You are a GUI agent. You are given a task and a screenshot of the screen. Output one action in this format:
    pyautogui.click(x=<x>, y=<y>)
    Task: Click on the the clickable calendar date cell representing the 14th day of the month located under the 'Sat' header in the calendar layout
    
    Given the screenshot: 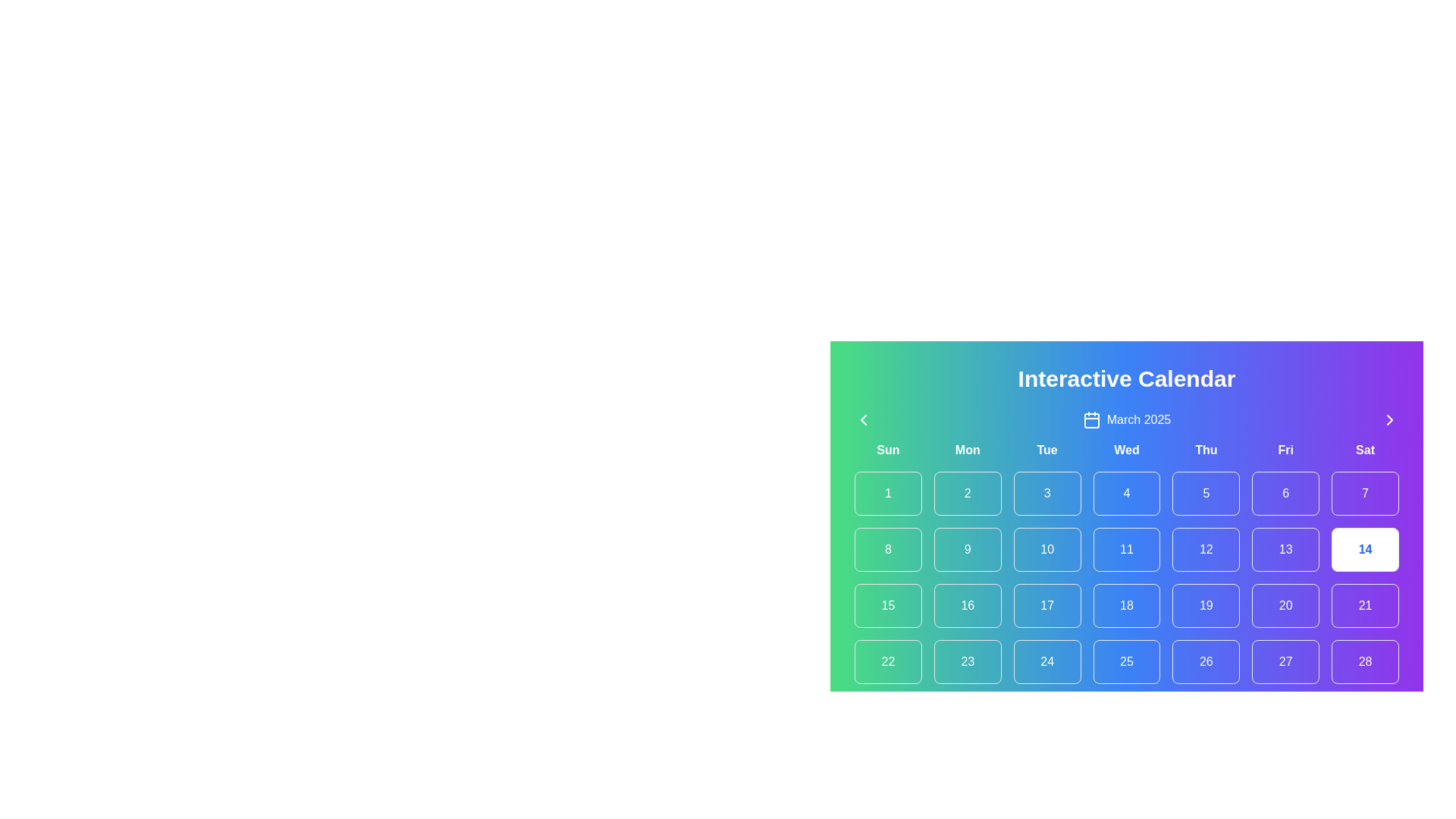 What is the action you would take?
    pyautogui.click(x=1365, y=550)
    